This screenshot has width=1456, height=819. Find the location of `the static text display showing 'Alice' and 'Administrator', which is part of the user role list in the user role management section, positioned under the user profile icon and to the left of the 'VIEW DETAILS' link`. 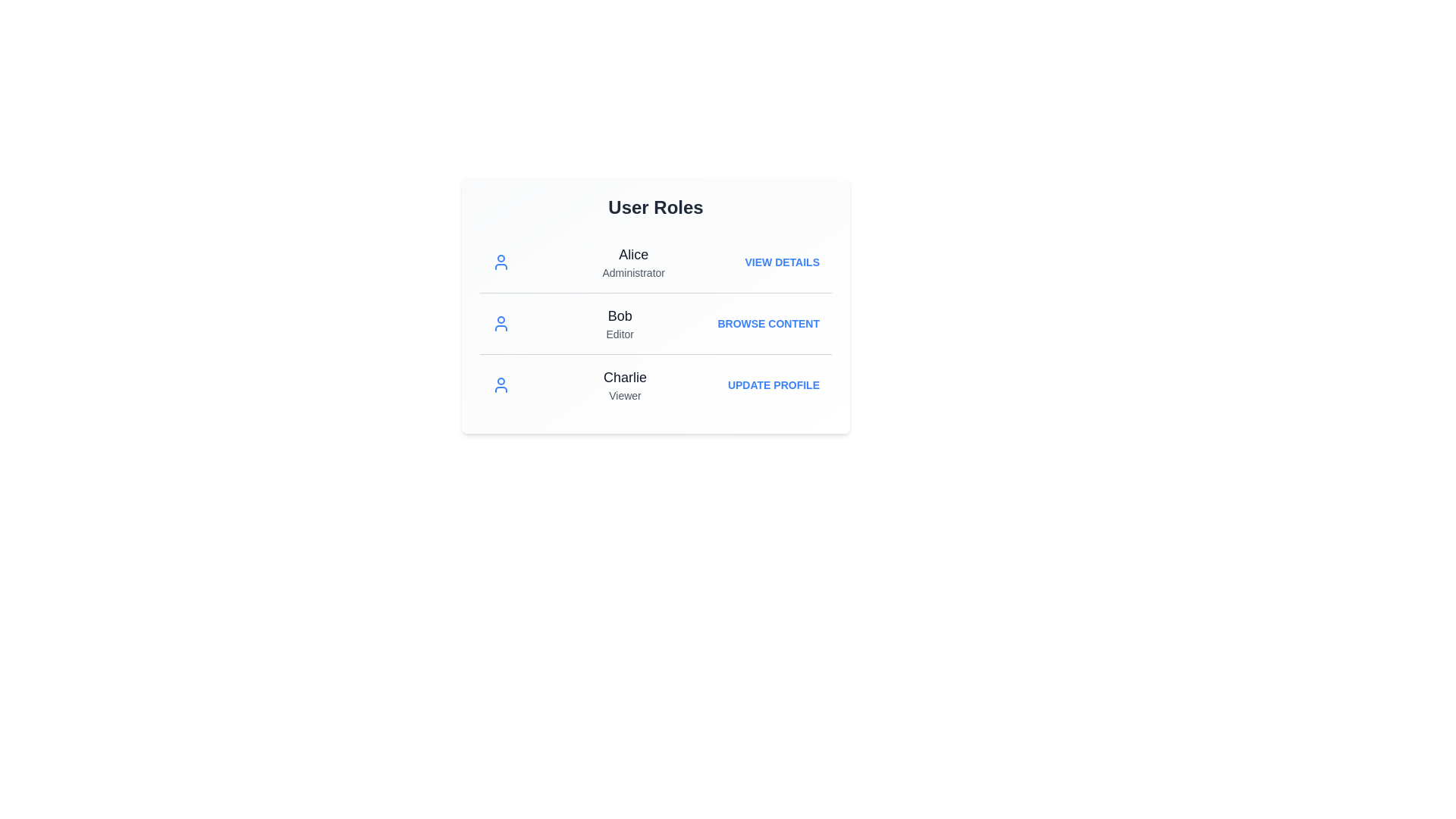

the static text display showing 'Alice' and 'Administrator', which is part of the user role list in the user role management section, positioned under the user profile icon and to the left of the 'VIEW DETAILS' link is located at coordinates (633, 262).